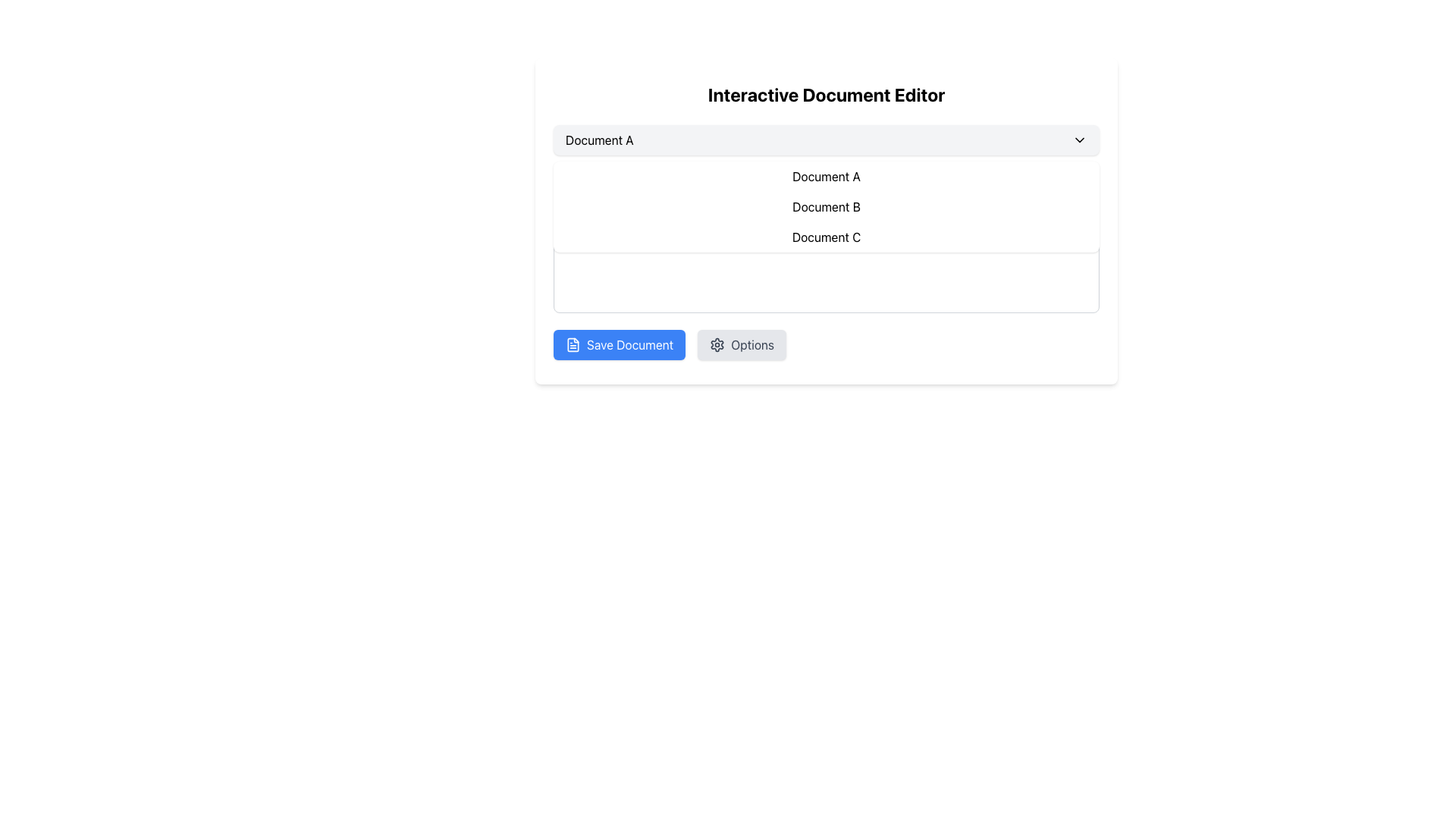 This screenshot has height=819, width=1456. I want to click on the cogwheel-shaped settings icon located at the bottom-right corner of the interface, so click(717, 345).